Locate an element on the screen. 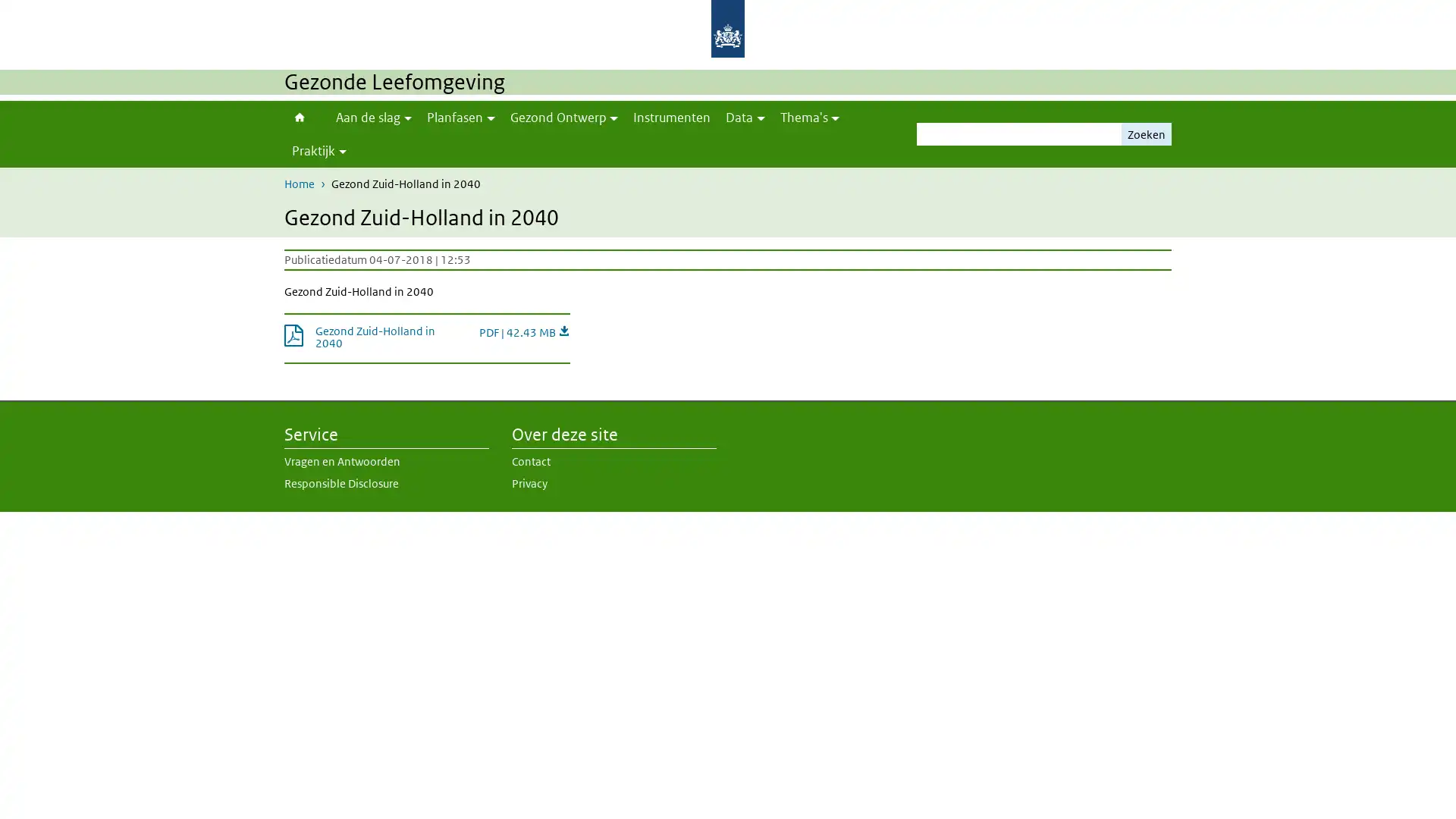 This screenshot has width=1456, height=819. Zoeken is located at coordinates (1147, 133).